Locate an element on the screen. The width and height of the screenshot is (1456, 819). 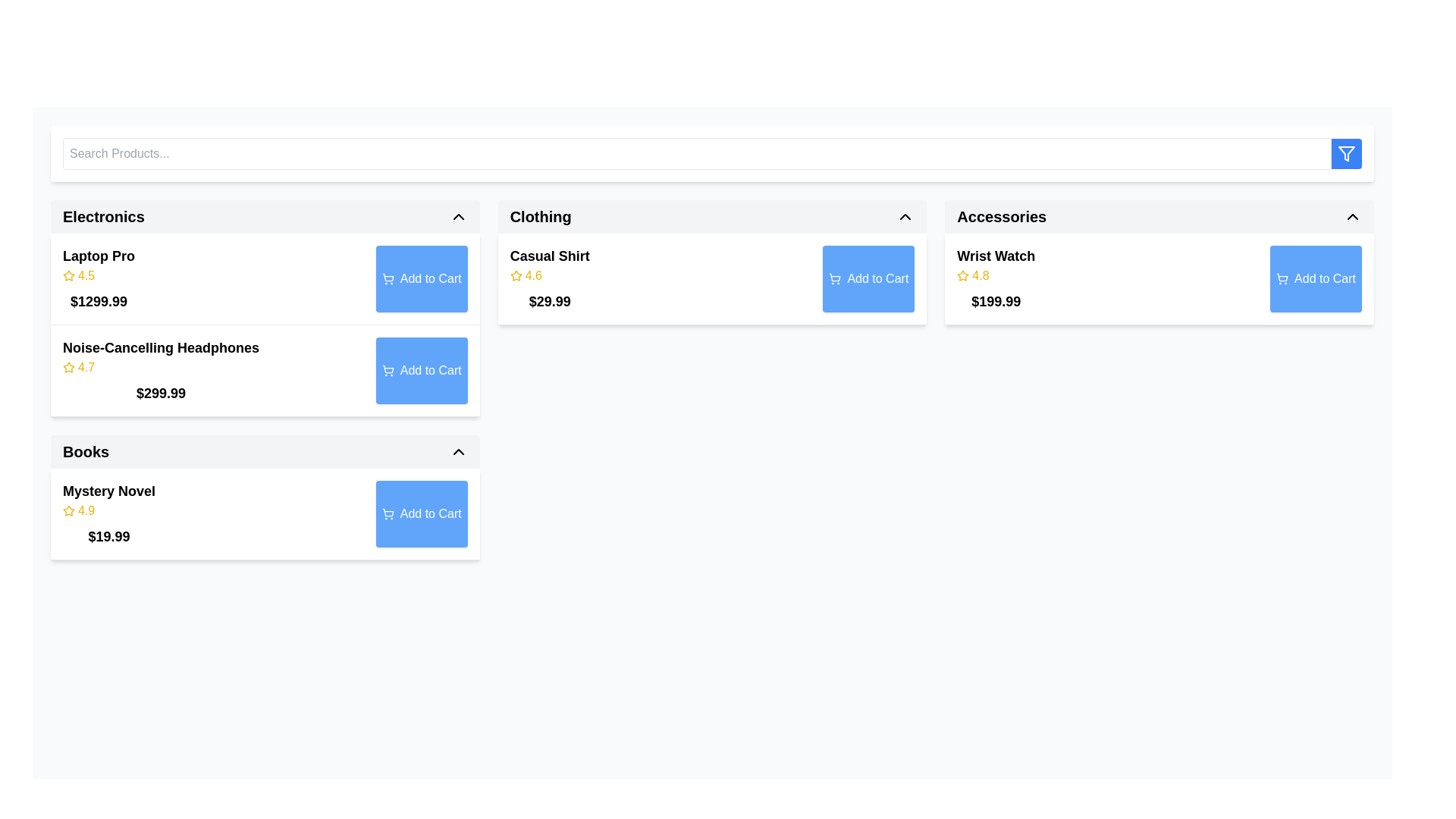
the button containing the 'Add to Cart' text label, which is styled with white text on a blue background and located under the 'Laptop Pro' listing in the 'Electronics' section is located at coordinates (430, 278).